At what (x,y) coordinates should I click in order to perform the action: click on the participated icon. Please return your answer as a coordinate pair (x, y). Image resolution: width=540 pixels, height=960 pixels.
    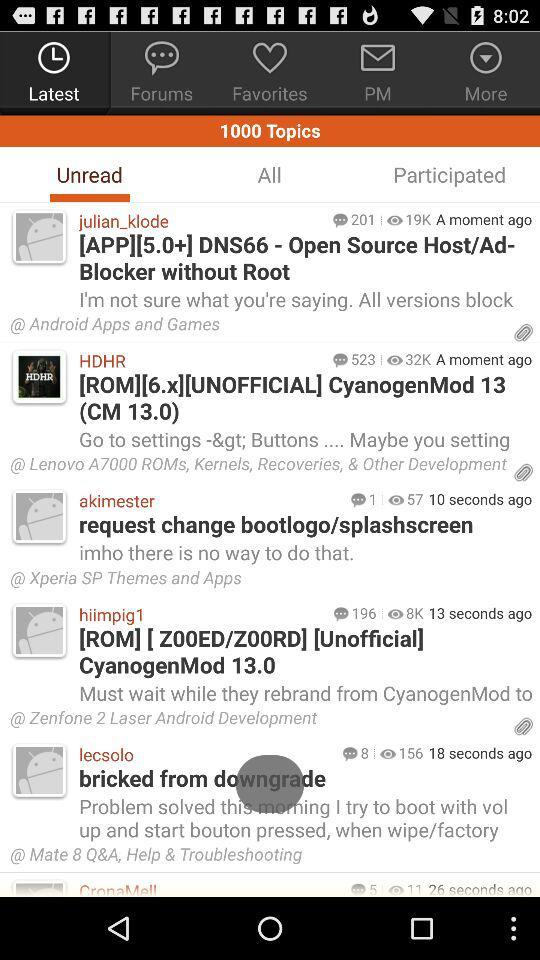
    Looking at the image, I should click on (449, 173).